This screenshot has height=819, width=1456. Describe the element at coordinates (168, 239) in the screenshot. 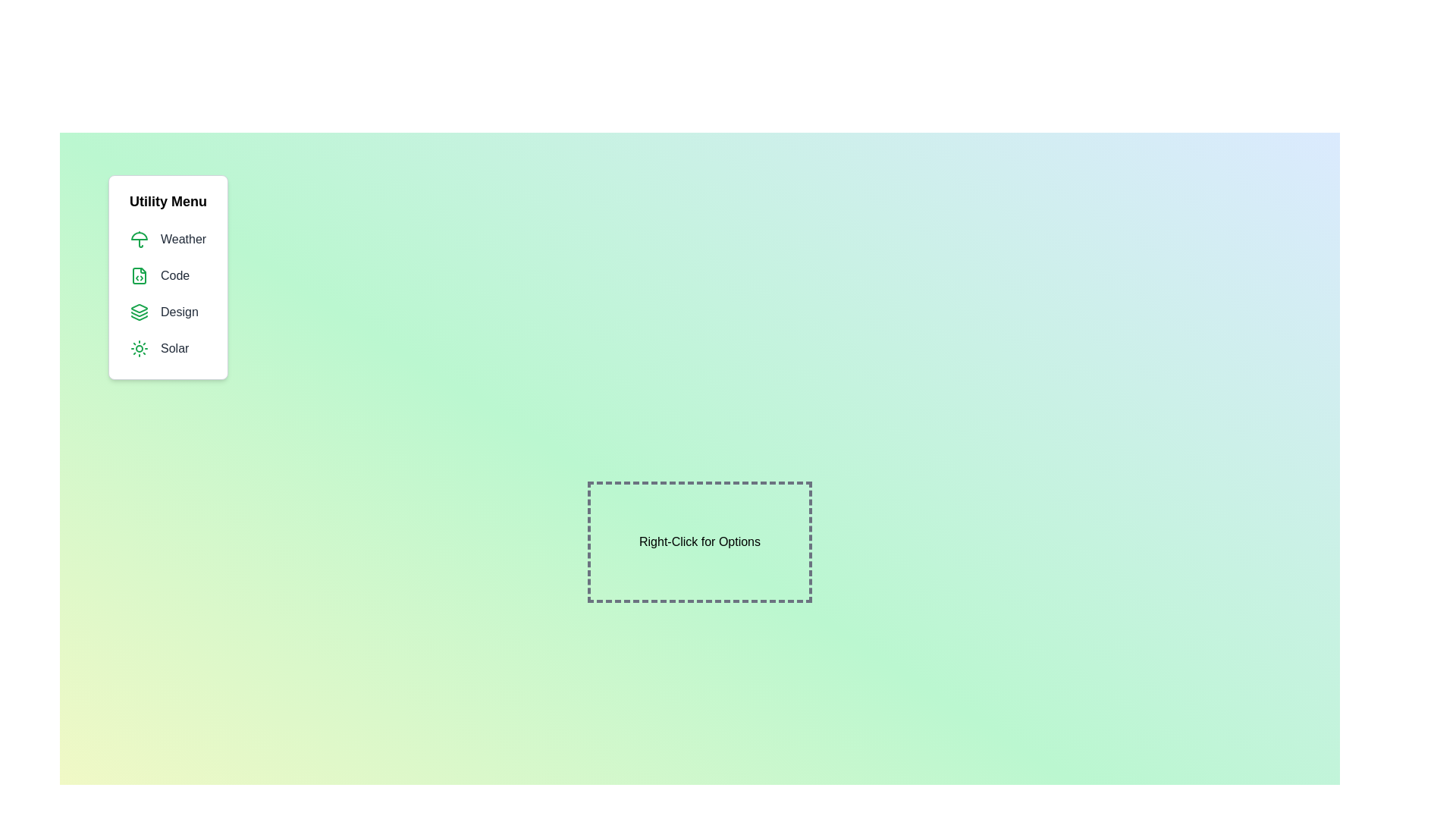

I see `the menu item Weather from the menu` at that location.